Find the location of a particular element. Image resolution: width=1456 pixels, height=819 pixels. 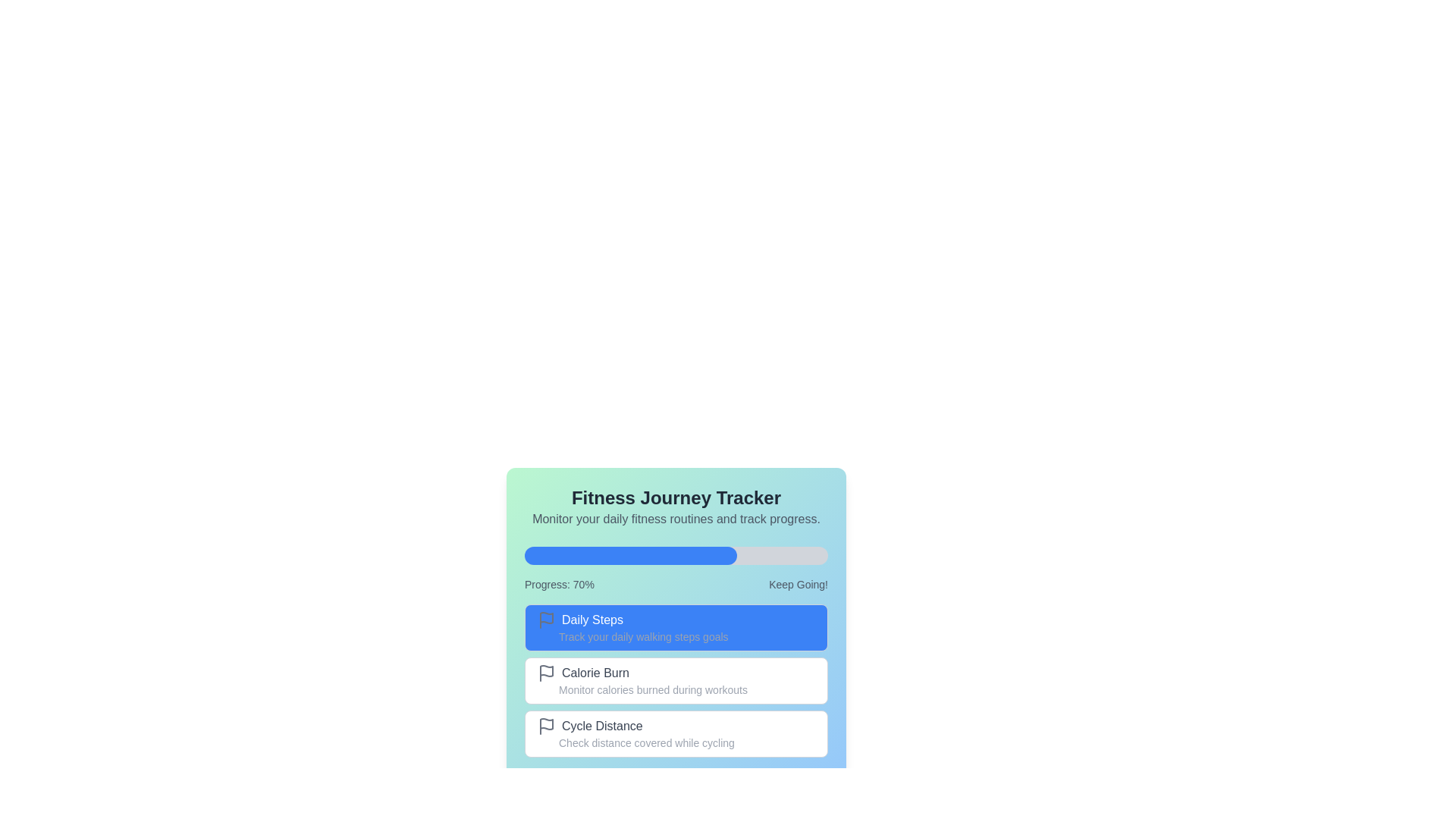

the flag icon that symbolizes a goal or checkpoint related to distance tracking, located directly to the left of the 'Cycle Distance' text section is located at coordinates (546, 725).